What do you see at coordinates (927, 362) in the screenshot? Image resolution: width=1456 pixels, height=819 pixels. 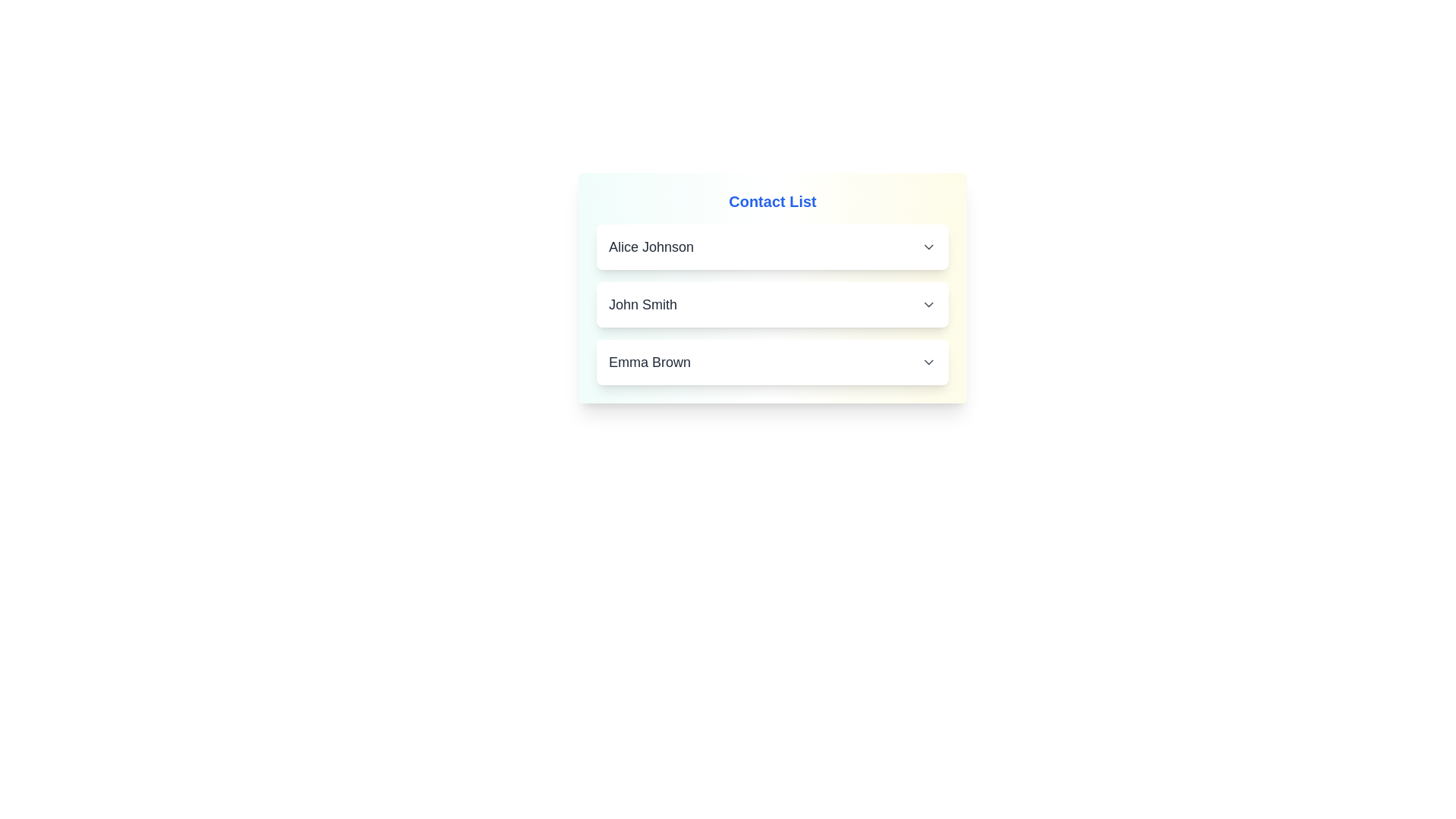 I see `the interactive icon associated with Emma Brown` at bounding box center [927, 362].